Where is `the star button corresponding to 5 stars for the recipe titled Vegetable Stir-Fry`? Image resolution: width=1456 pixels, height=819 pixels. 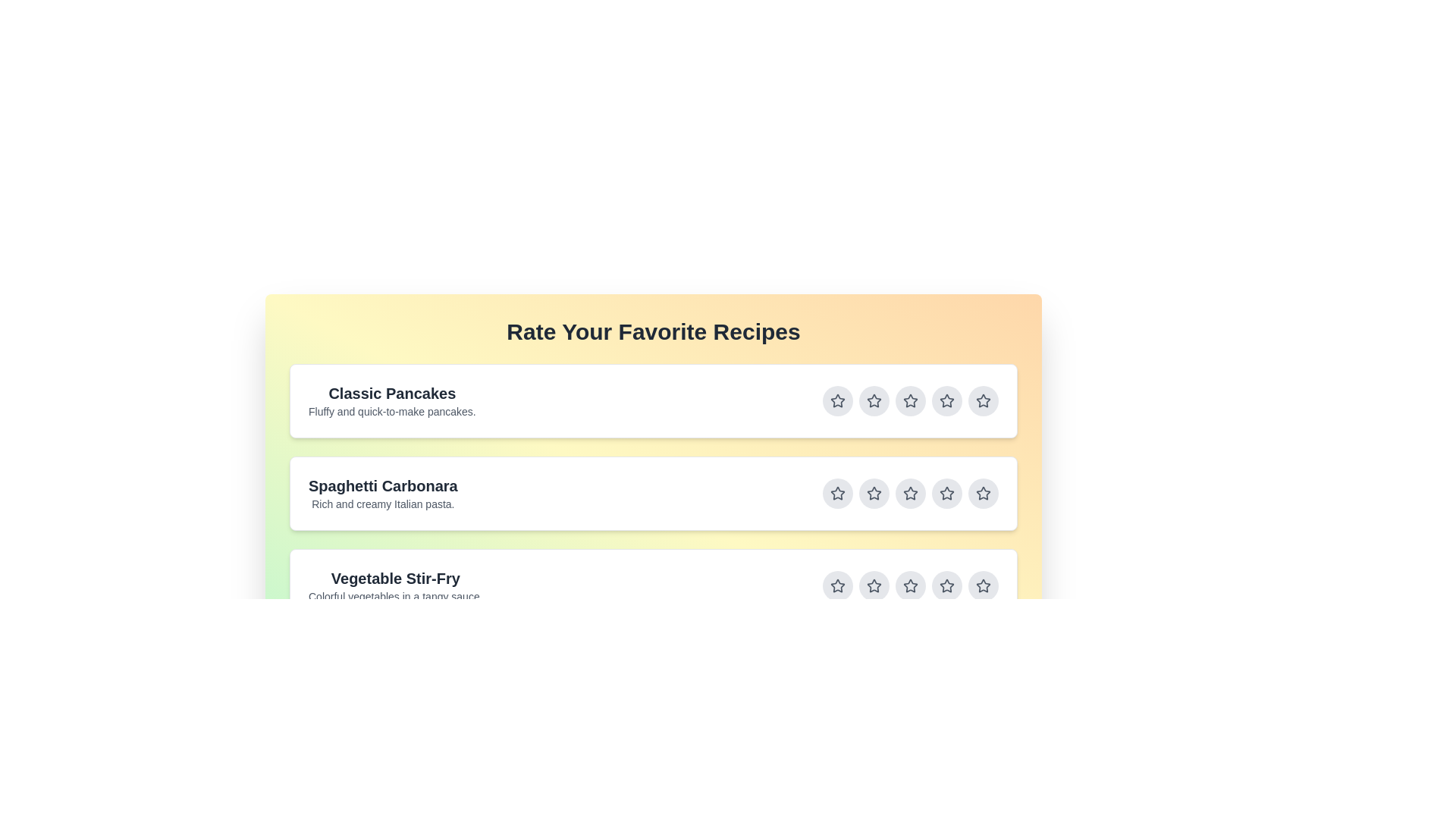
the star button corresponding to 5 stars for the recipe titled Vegetable Stir-Fry is located at coordinates (983, 585).